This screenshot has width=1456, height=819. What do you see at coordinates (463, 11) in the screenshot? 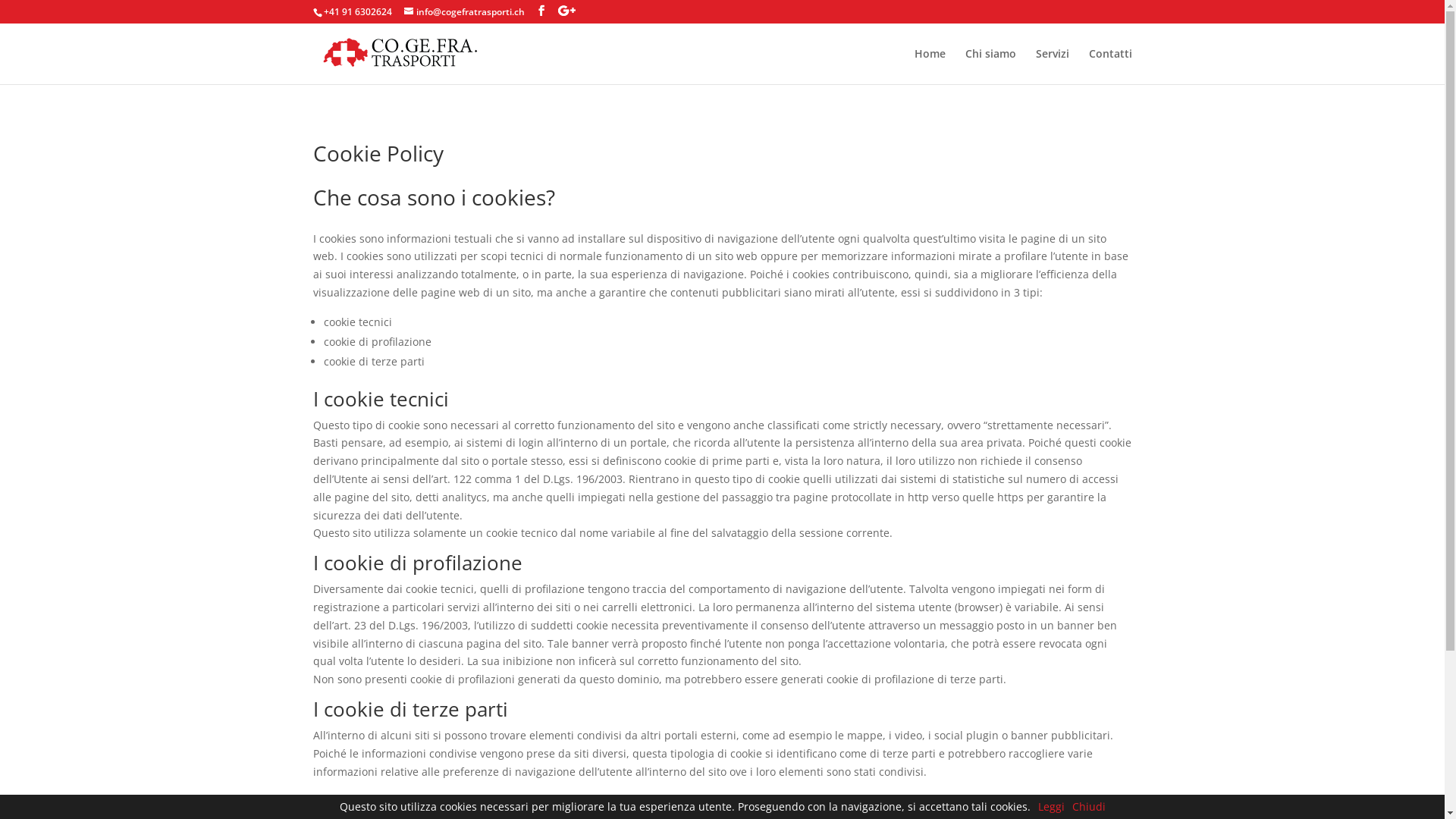
I see `'info@cogefratrasporti.ch'` at bounding box center [463, 11].